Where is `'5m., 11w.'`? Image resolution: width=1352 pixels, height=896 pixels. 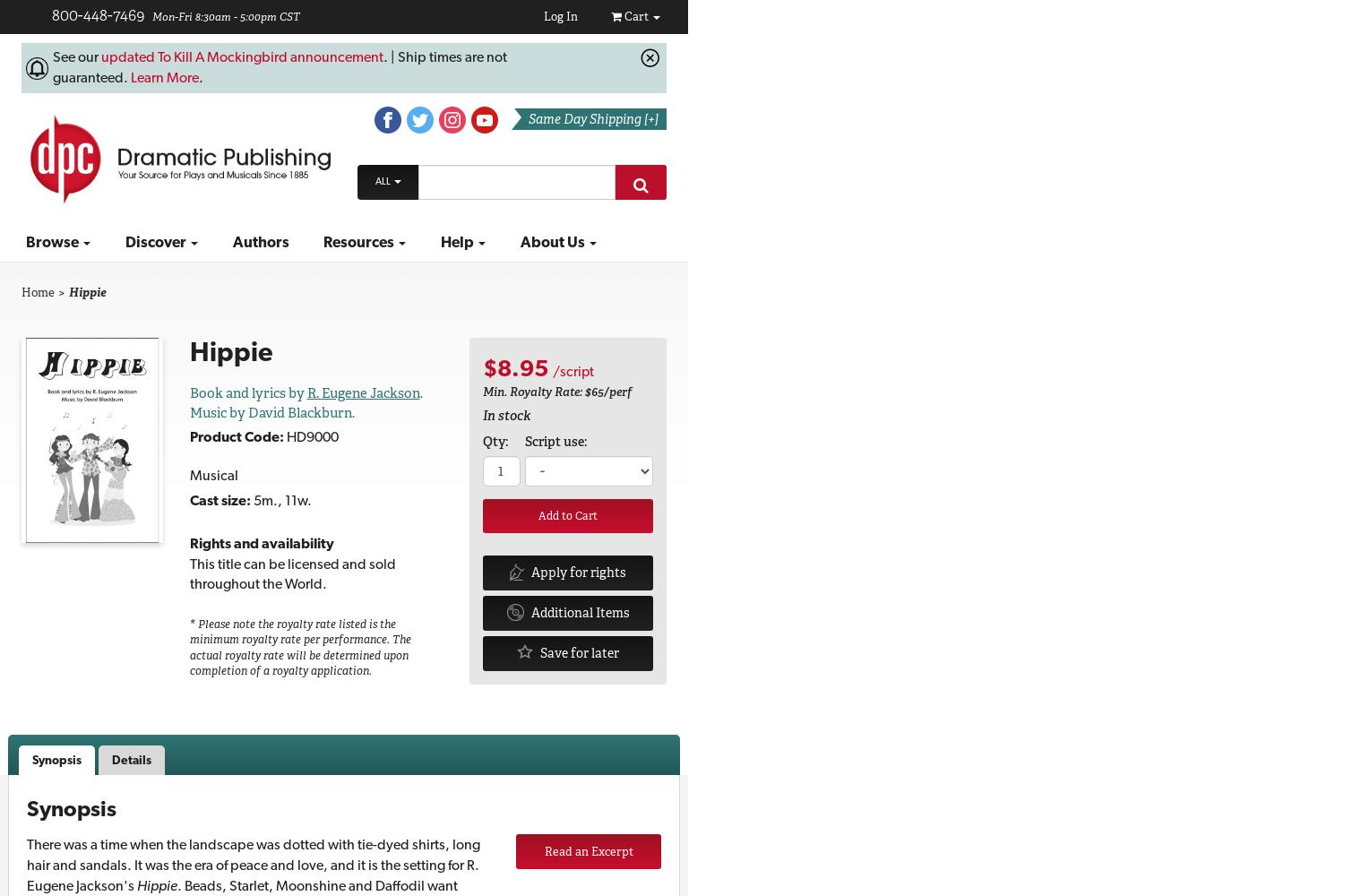 '5m., 11w.' is located at coordinates (279, 499).